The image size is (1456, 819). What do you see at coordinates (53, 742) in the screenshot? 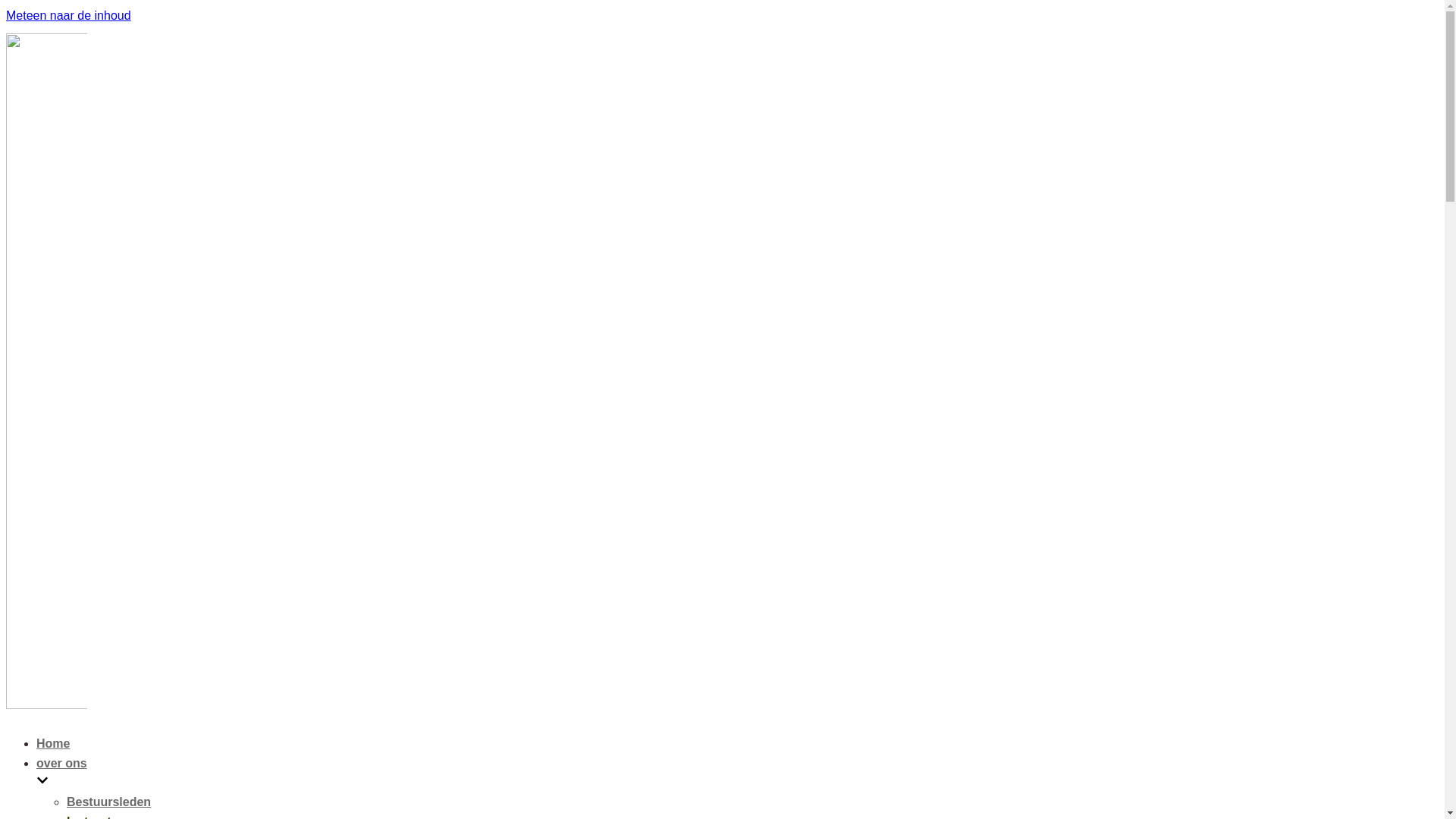
I see `'Home'` at bounding box center [53, 742].